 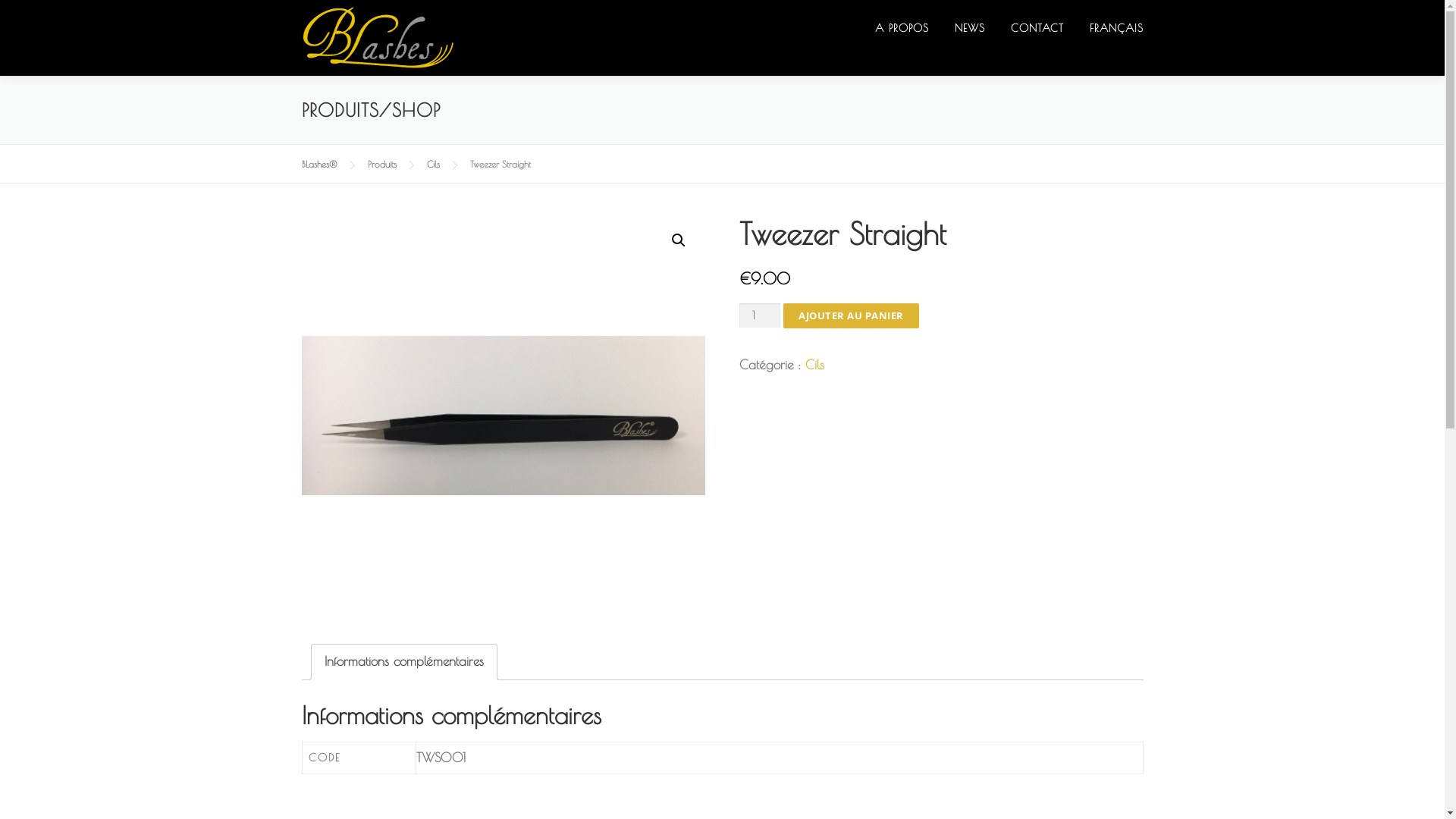 I want to click on 'AJOUTER AU PANIER', so click(x=851, y=315).